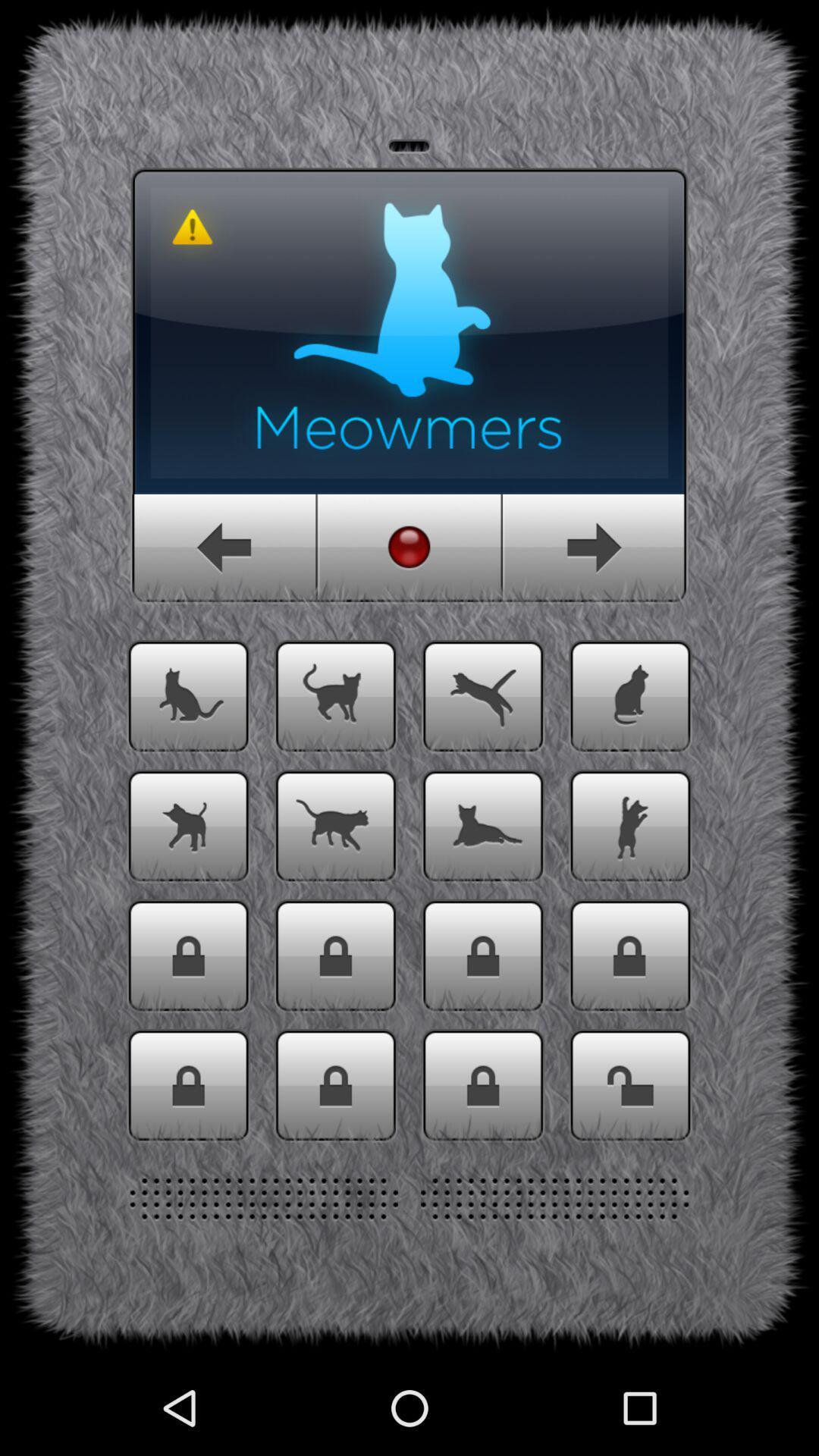  What do you see at coordinates (630, 1169) in the screenshot?
I see `the lock icon` at bounding box center [630, 1169].